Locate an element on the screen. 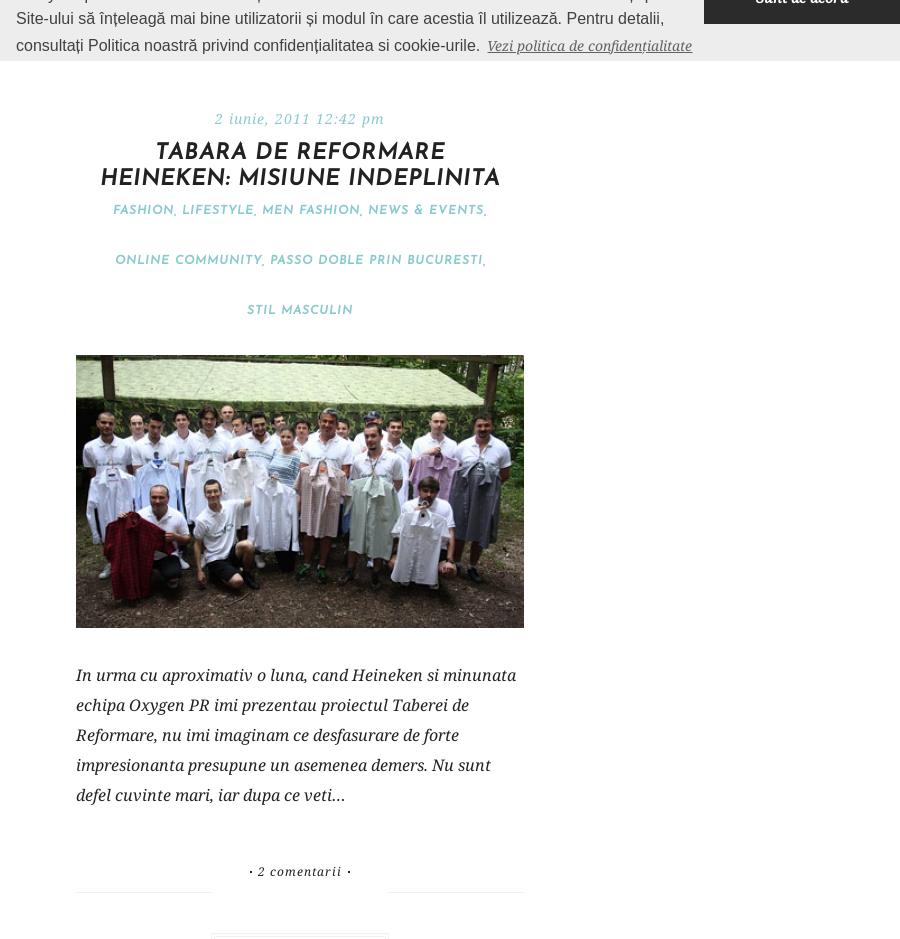  'Fashion' is located at coordinates (143, 209).